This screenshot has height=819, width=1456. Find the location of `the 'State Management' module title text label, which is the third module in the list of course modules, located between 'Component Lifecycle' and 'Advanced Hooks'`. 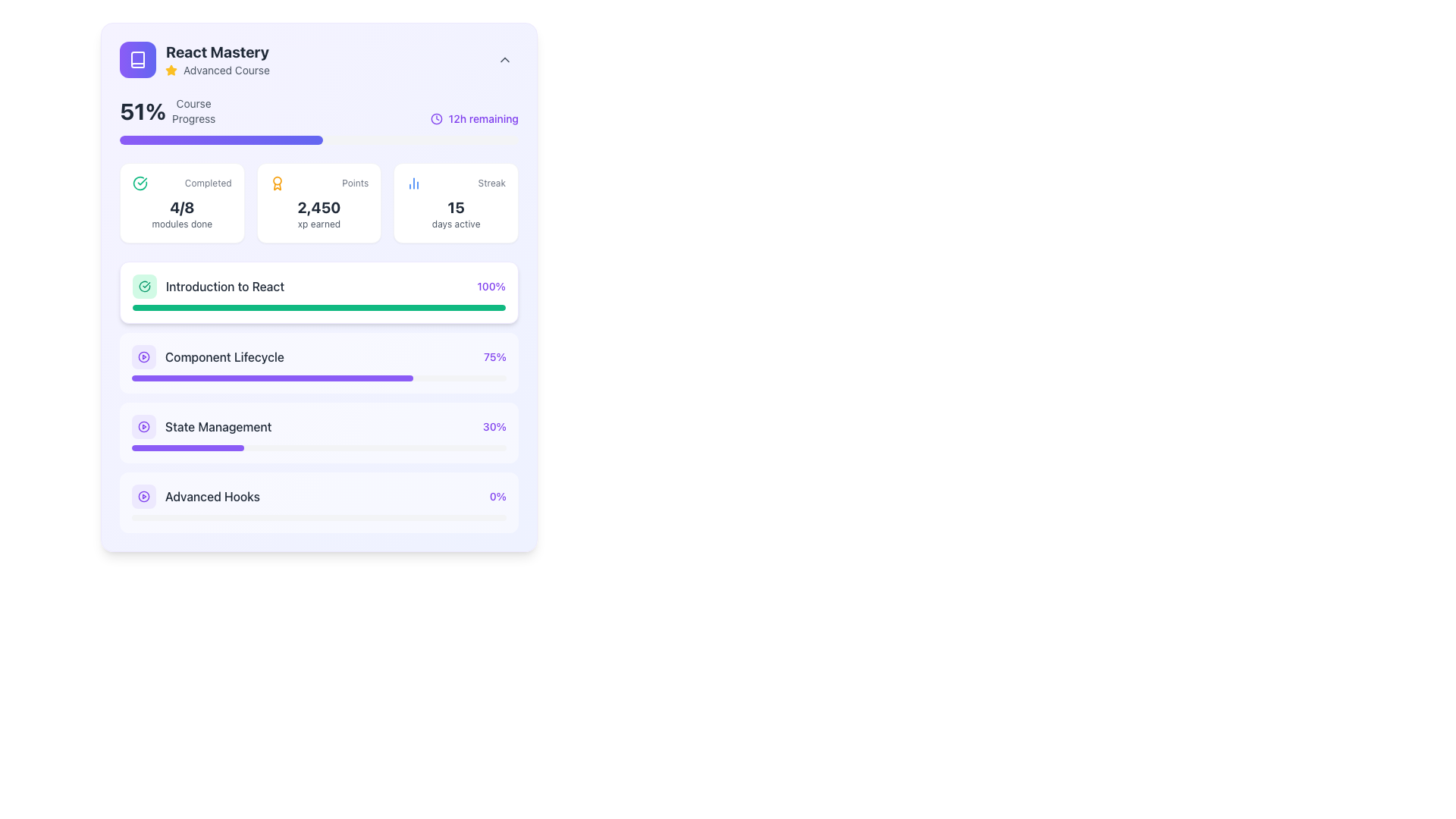

the 'State Management' module title text label, which is the third module in the list of course modules, located between 'Component Lifecycle' and 'Advanced Hooks' is located at coordinates (218, 427).